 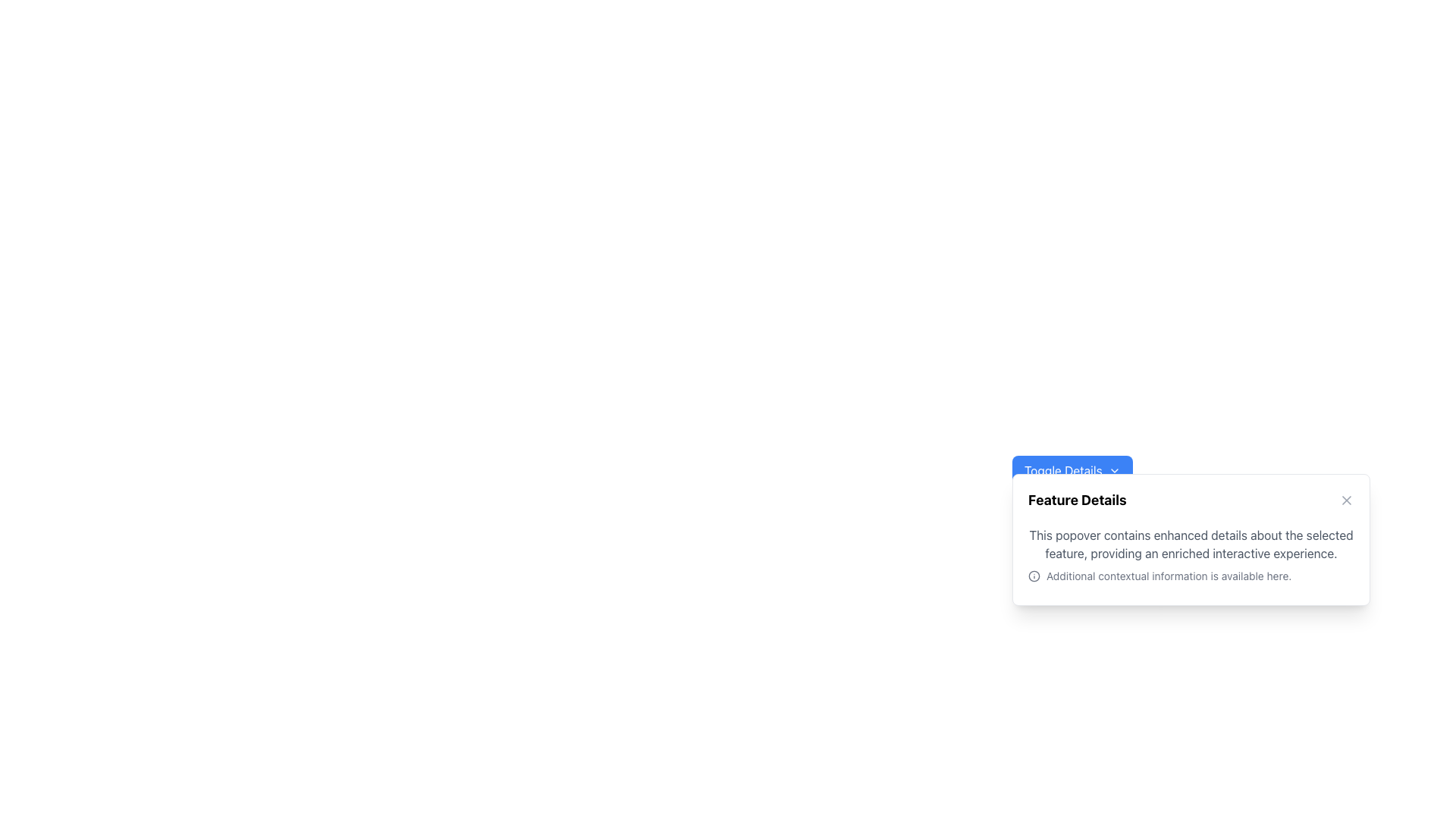 What do you see at coordinates (1190, 555) in the screenshot?
I see `information from the text block with inline icon located in the 'Feature Details' popover component` at bounding box center [1190, 555].